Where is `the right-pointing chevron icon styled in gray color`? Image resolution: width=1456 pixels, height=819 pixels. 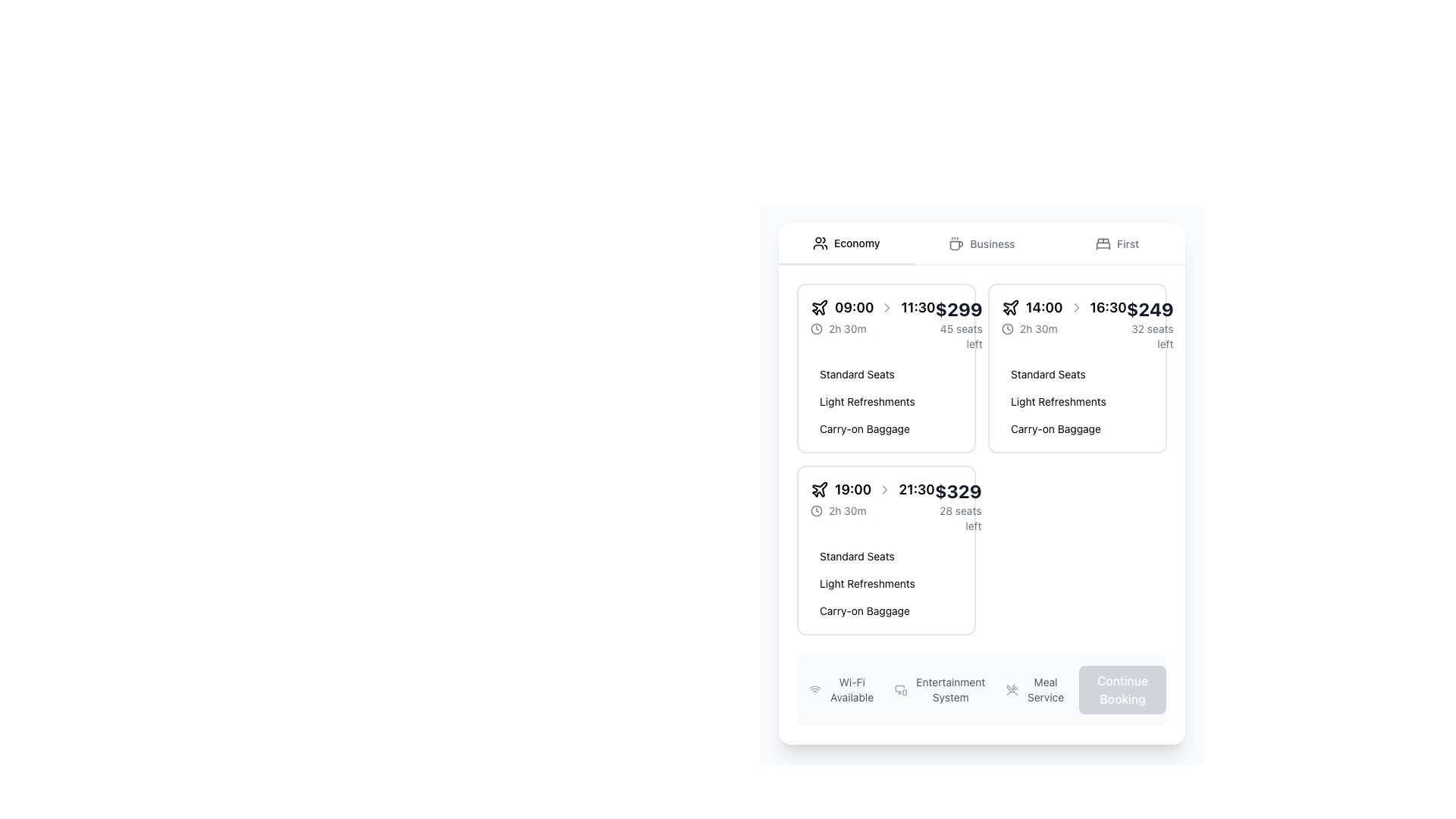
the right-pointing chevron icon styled in gray color is located at coordinates (887, 307).